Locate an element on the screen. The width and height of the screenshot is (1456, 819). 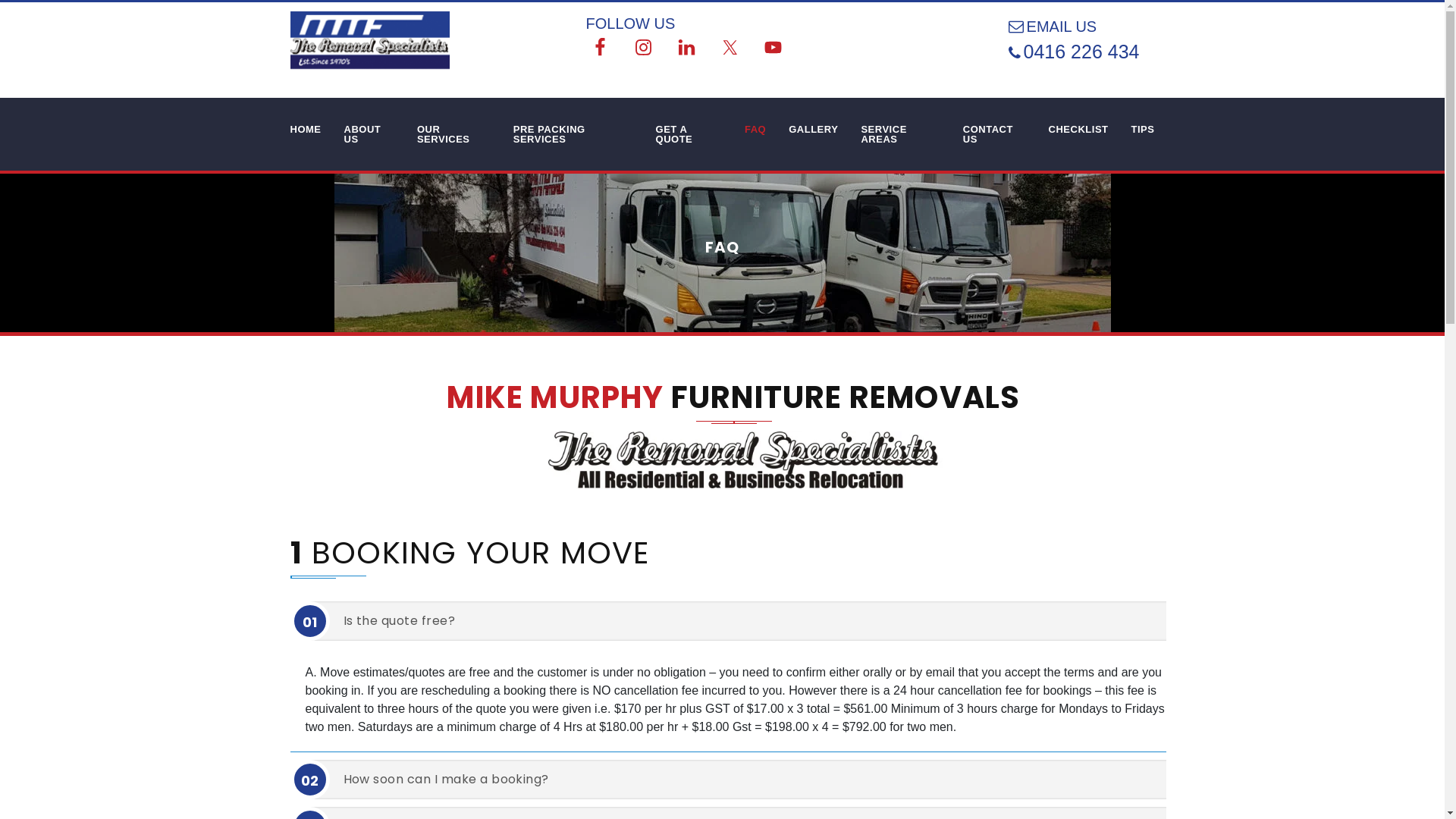
'HOME' is located at coordinates (279, 128).